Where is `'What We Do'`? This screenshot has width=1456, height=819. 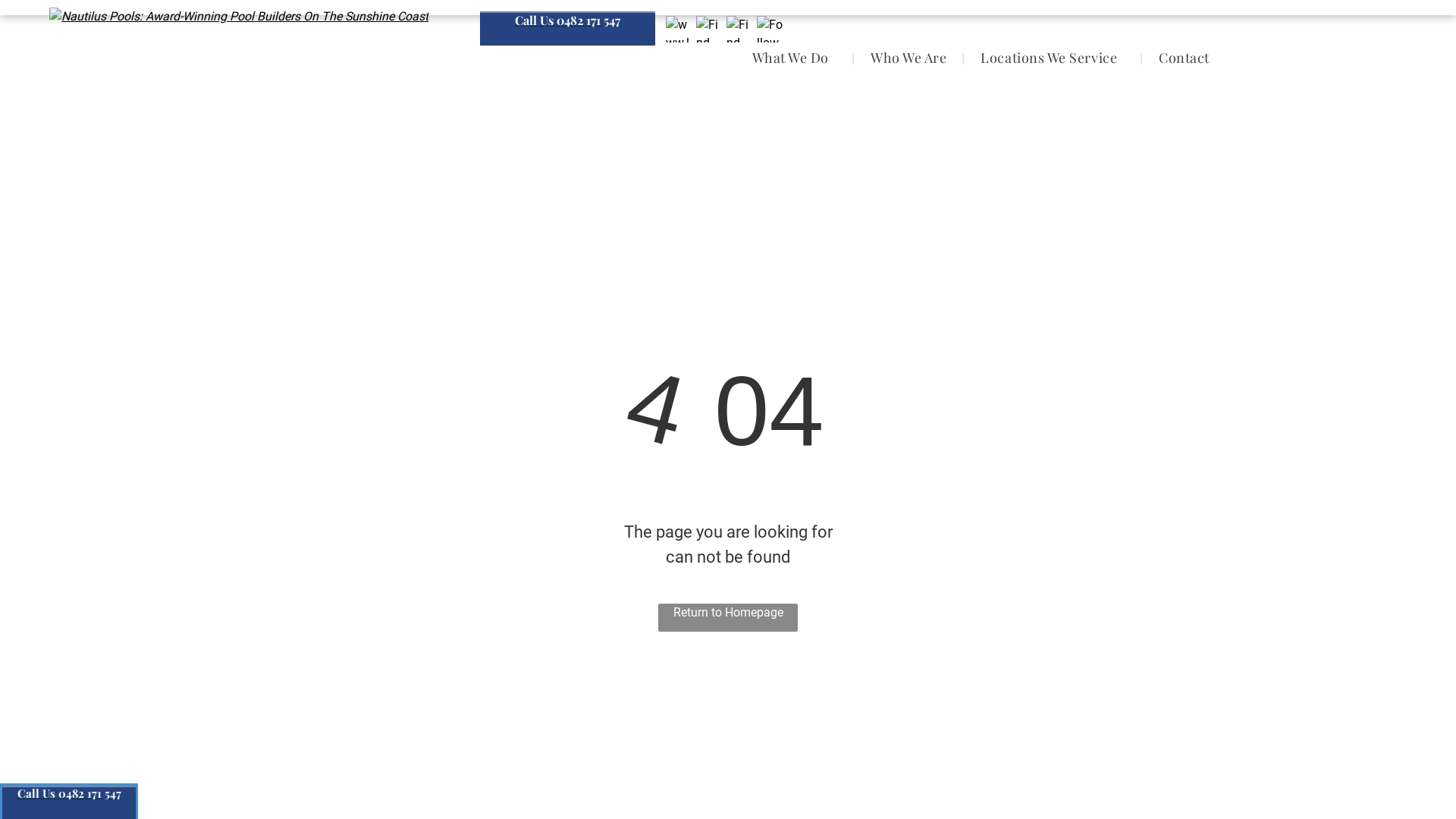 'What We Do' is located at coordinates (793, 57).